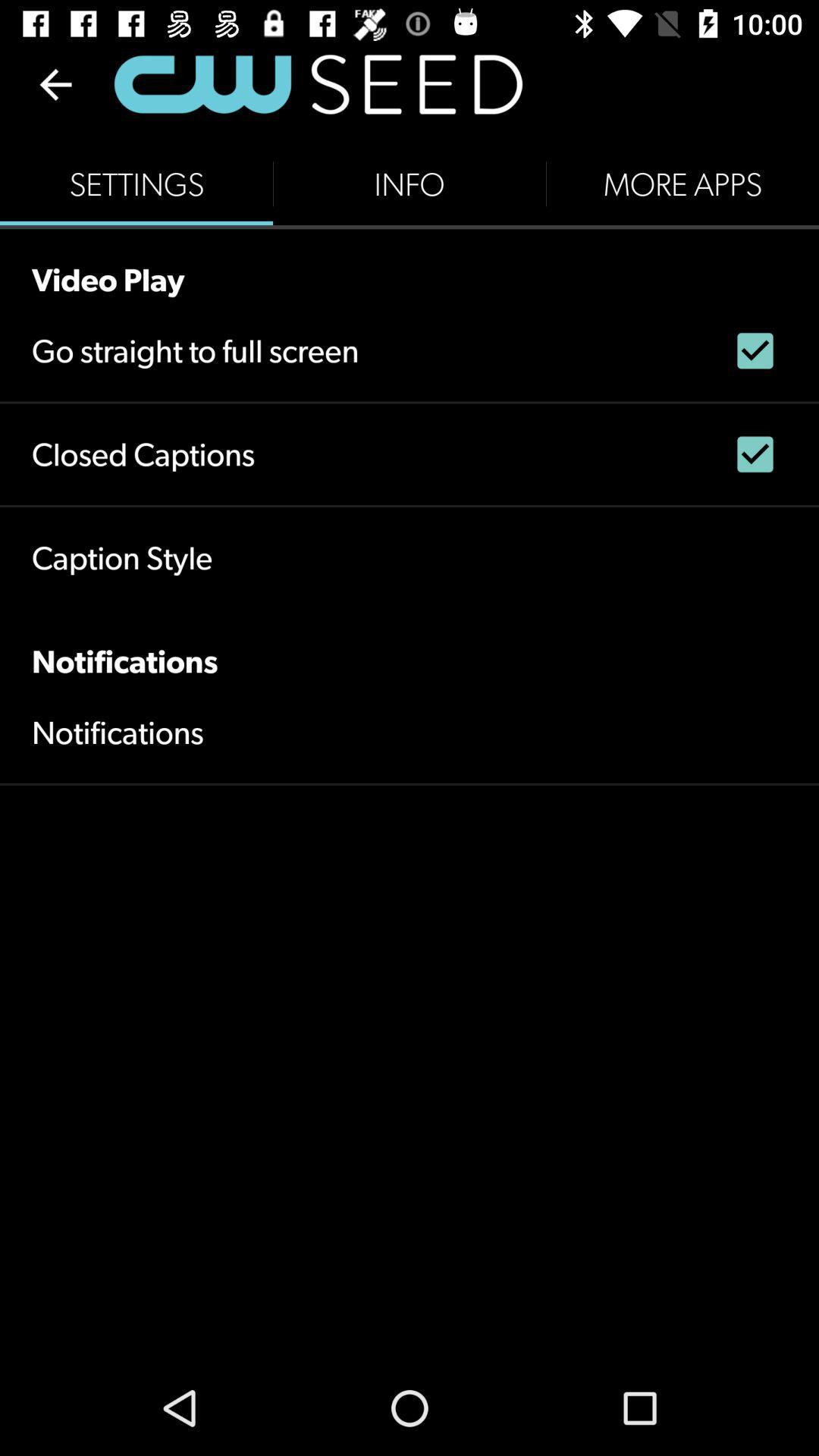 This screenshot has height=1456, width=819. What do you see at coordinates (194, 350) in the screenshot?
I see `go straight to icon` at bounding box center [194, 350].